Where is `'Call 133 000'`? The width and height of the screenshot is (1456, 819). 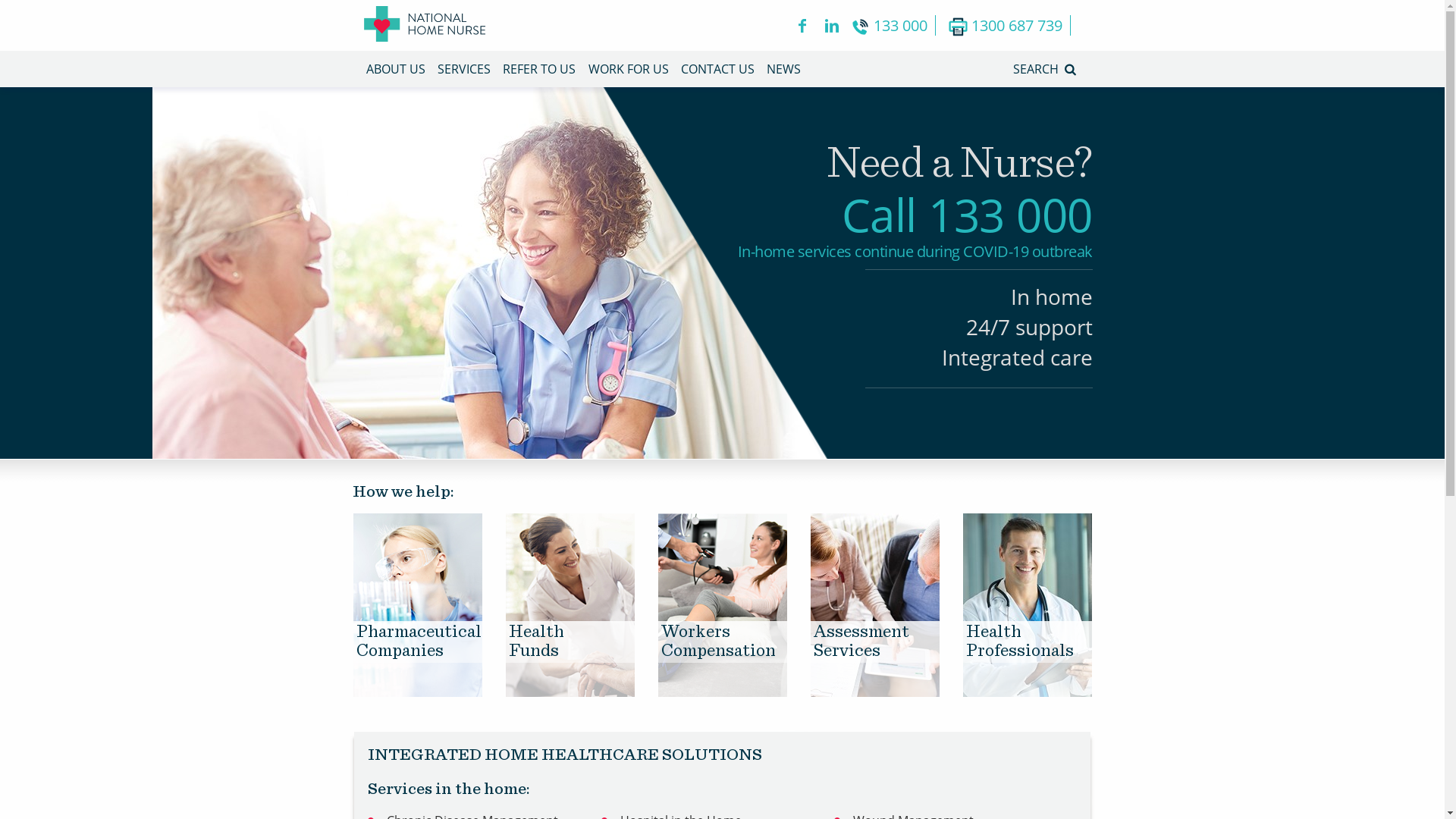
'Call 133 000' is located at coordinates (966, 214).